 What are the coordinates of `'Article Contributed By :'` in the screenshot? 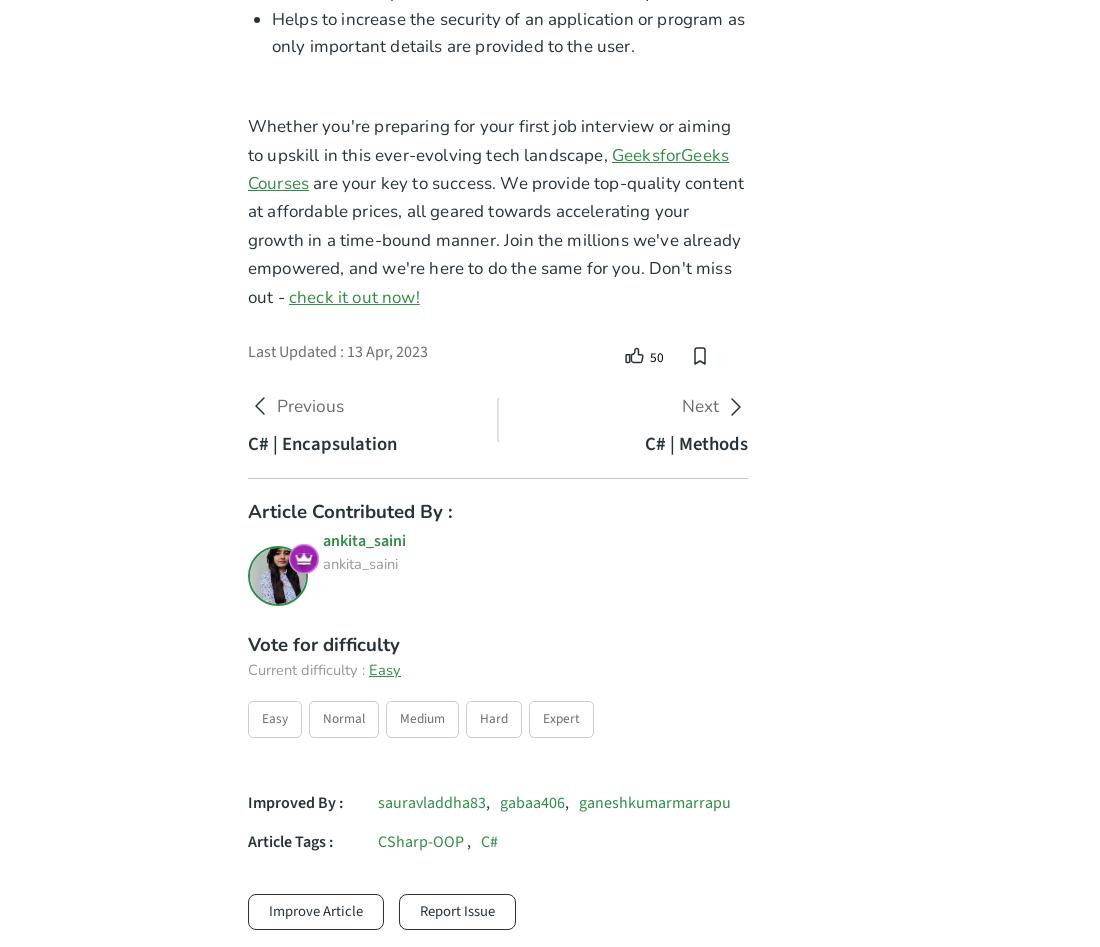 It's located at (350, 510).